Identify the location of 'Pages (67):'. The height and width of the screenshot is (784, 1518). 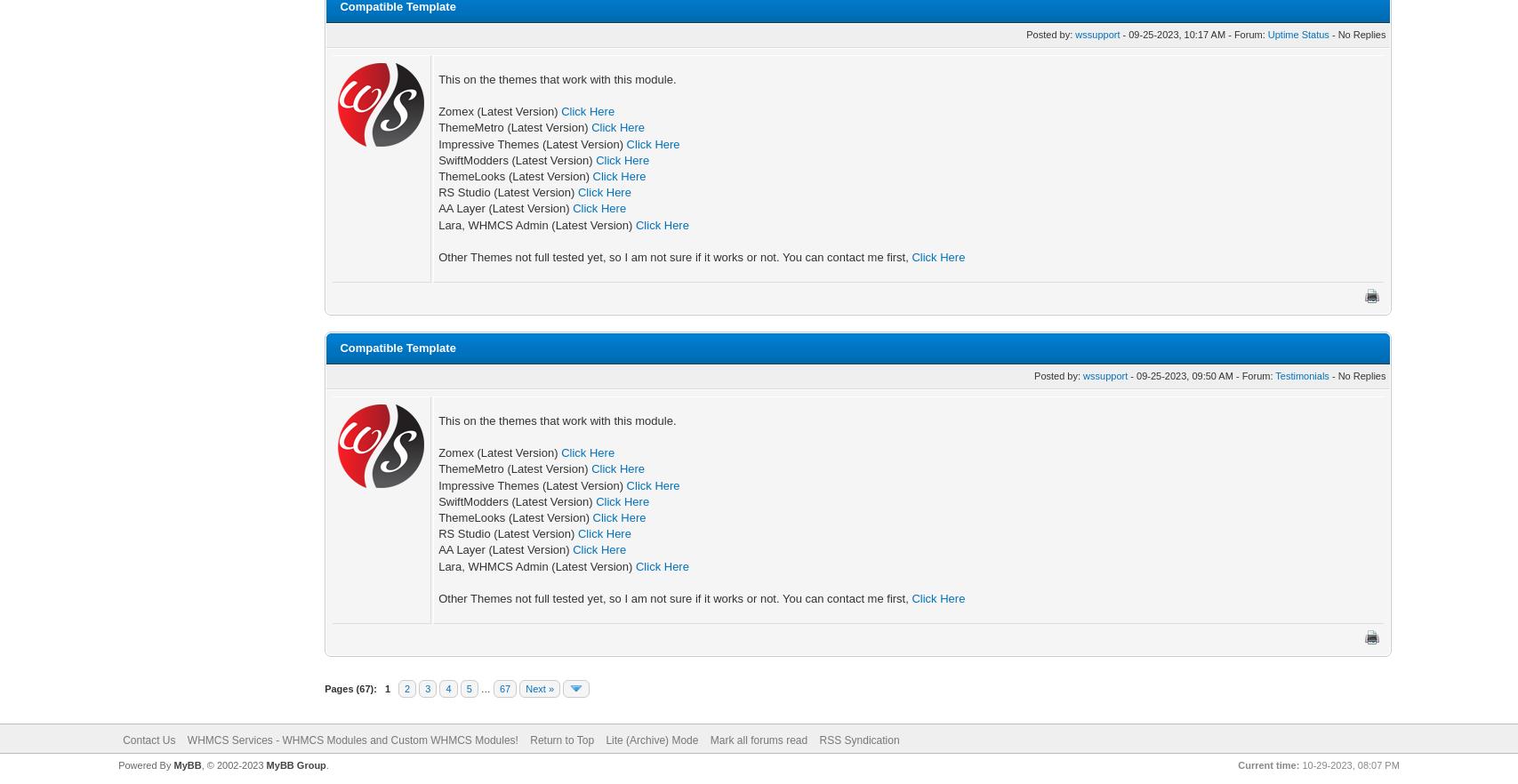
(349, 689).